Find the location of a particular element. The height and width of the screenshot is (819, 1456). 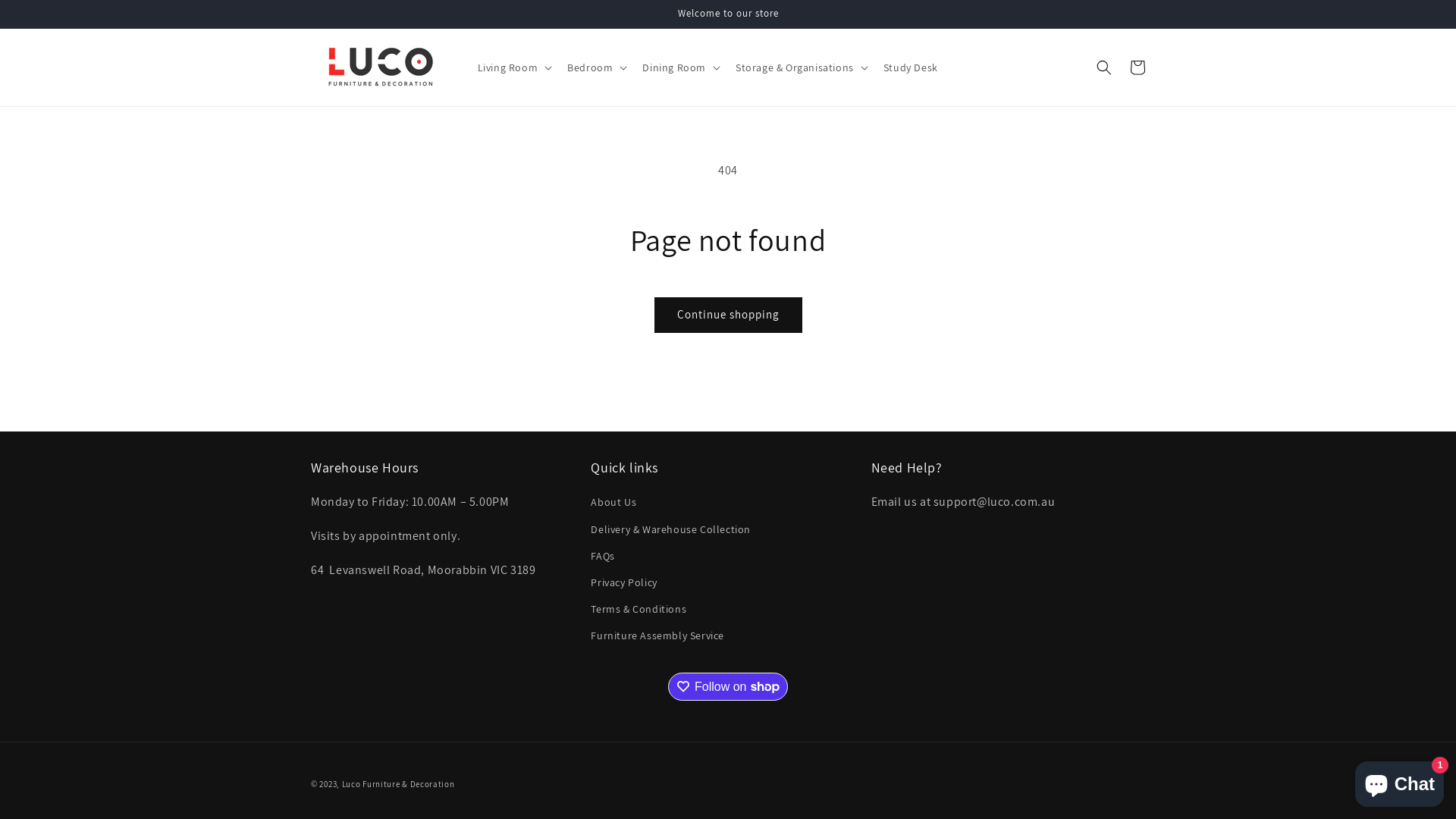

'Study Desk' is located at coordinates (874, 66).